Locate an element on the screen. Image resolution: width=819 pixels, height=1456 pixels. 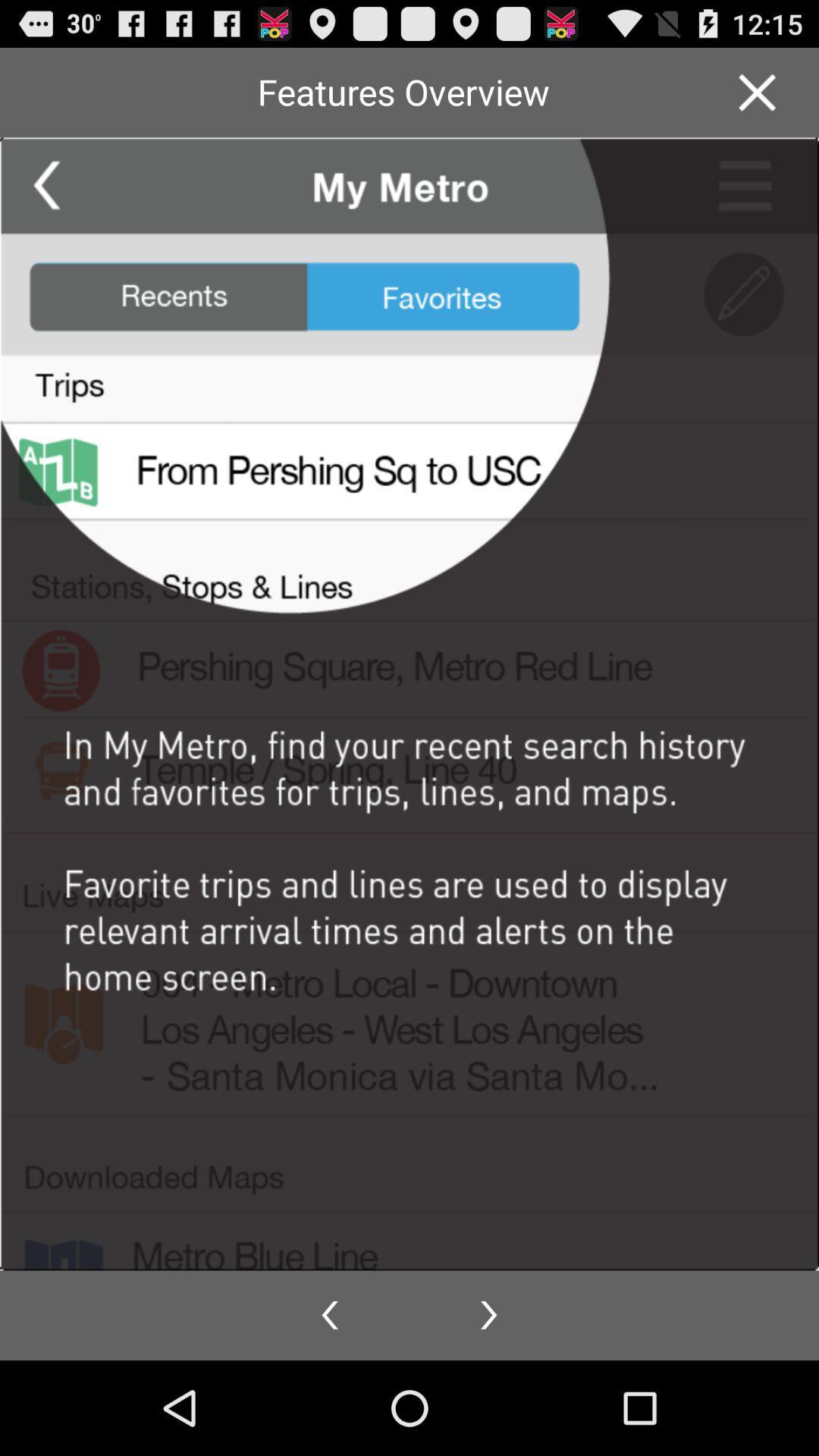
the arrow_backward icon is located at coordinates (329, 1407).